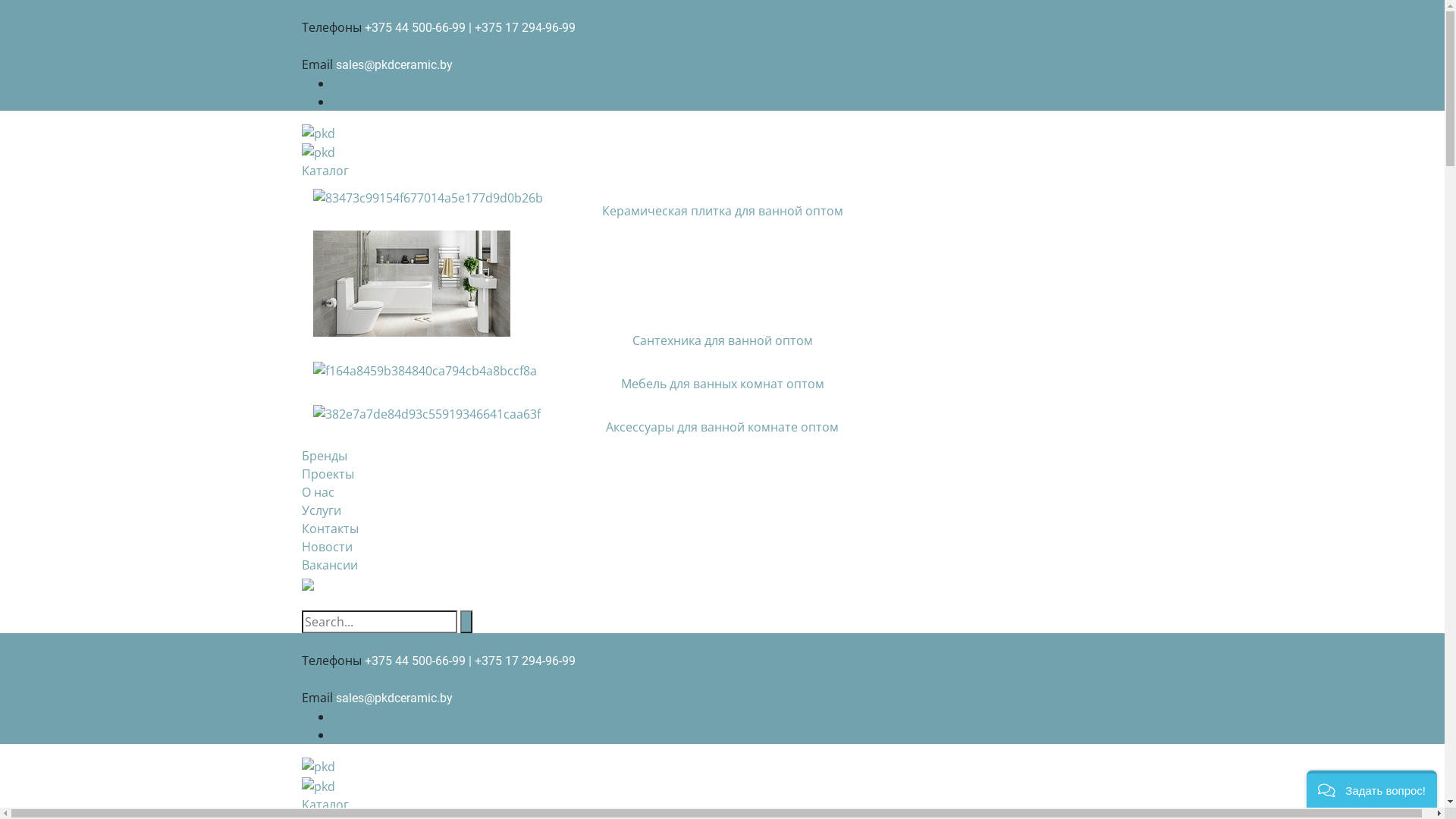 The width and height of the screenshot is (1456, 819). I want to click on '| +375 17 294-96-99', so click(522, 27).